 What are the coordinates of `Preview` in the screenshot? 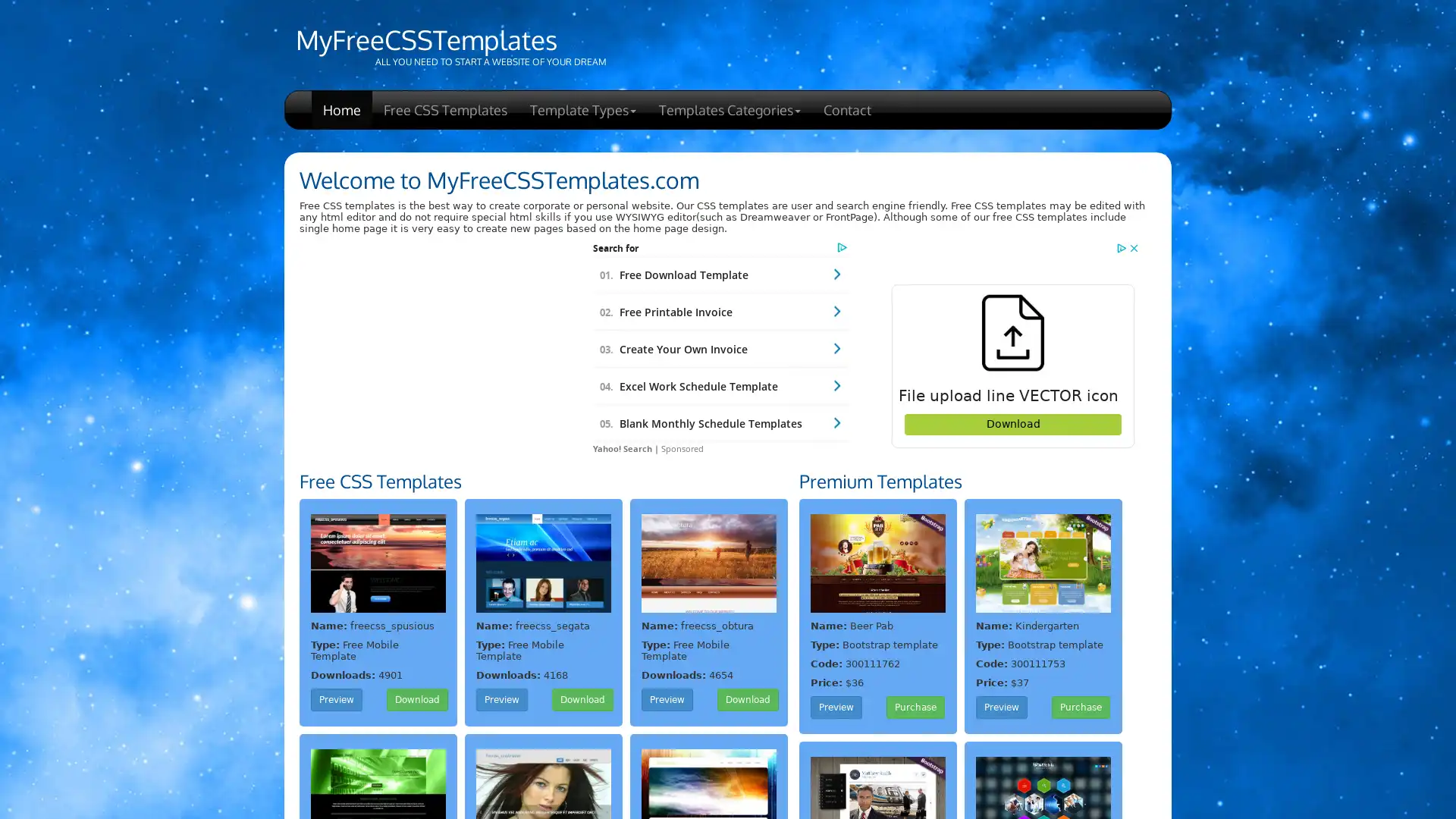 It's located at (1001, 708).